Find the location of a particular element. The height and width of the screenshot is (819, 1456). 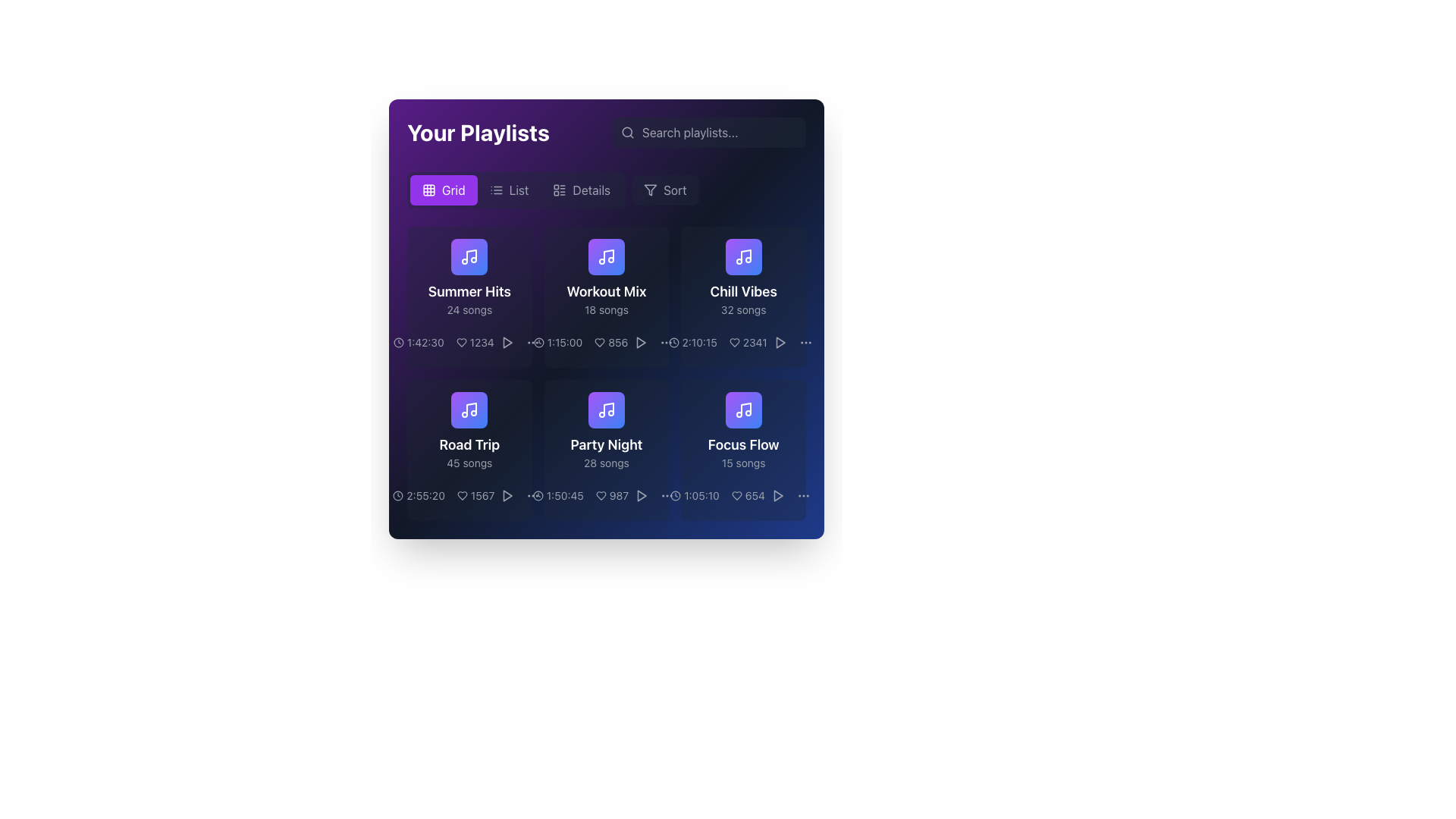

the time icon located in the first entry of the playlist, adjacent to the duration text '1:42:30' under the title 'Summer Hits' is located at coordinates (398, 342).